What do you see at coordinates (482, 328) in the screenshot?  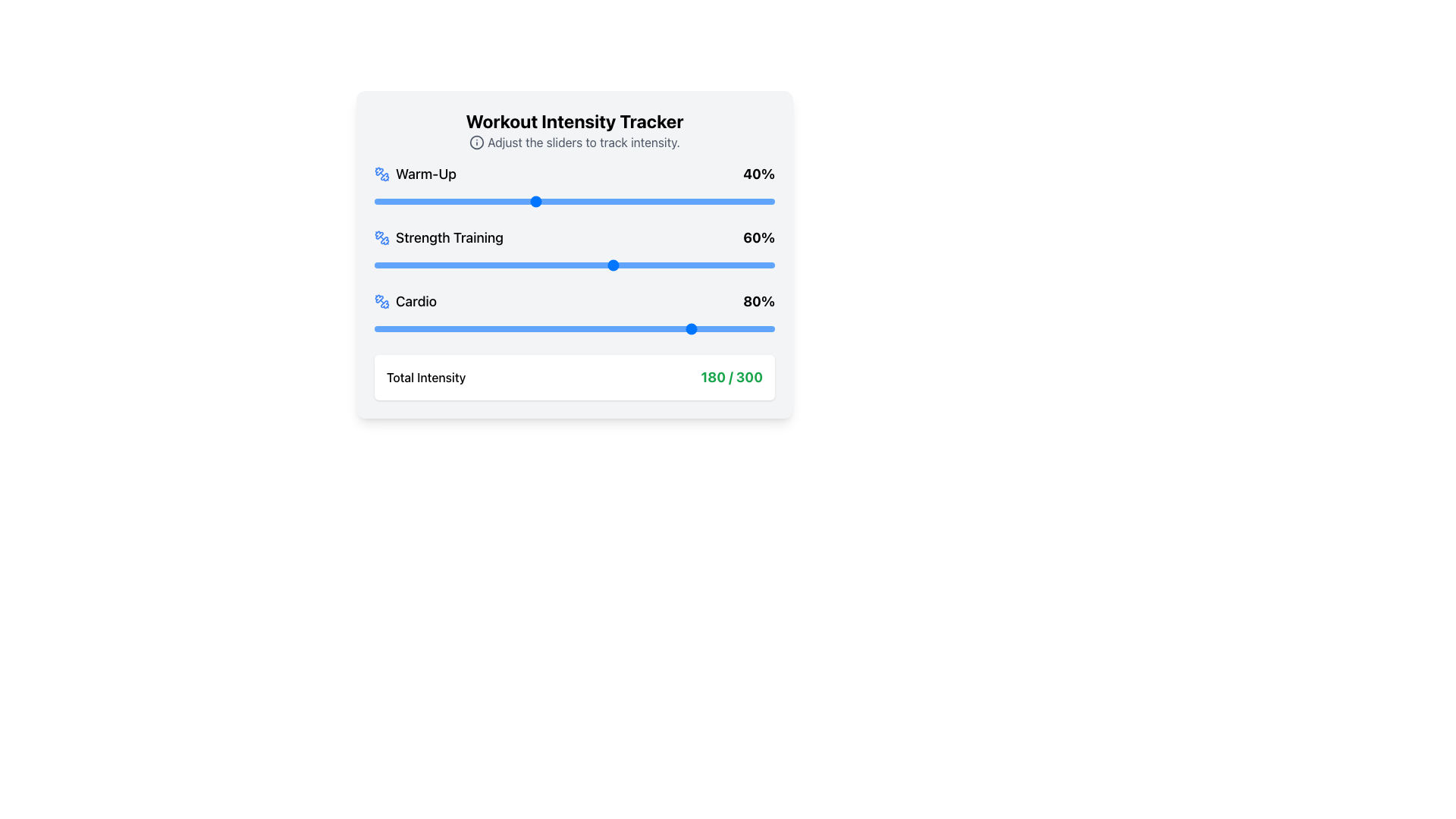 I see `the cardio intensity slider` at bounding box center [482, 328].